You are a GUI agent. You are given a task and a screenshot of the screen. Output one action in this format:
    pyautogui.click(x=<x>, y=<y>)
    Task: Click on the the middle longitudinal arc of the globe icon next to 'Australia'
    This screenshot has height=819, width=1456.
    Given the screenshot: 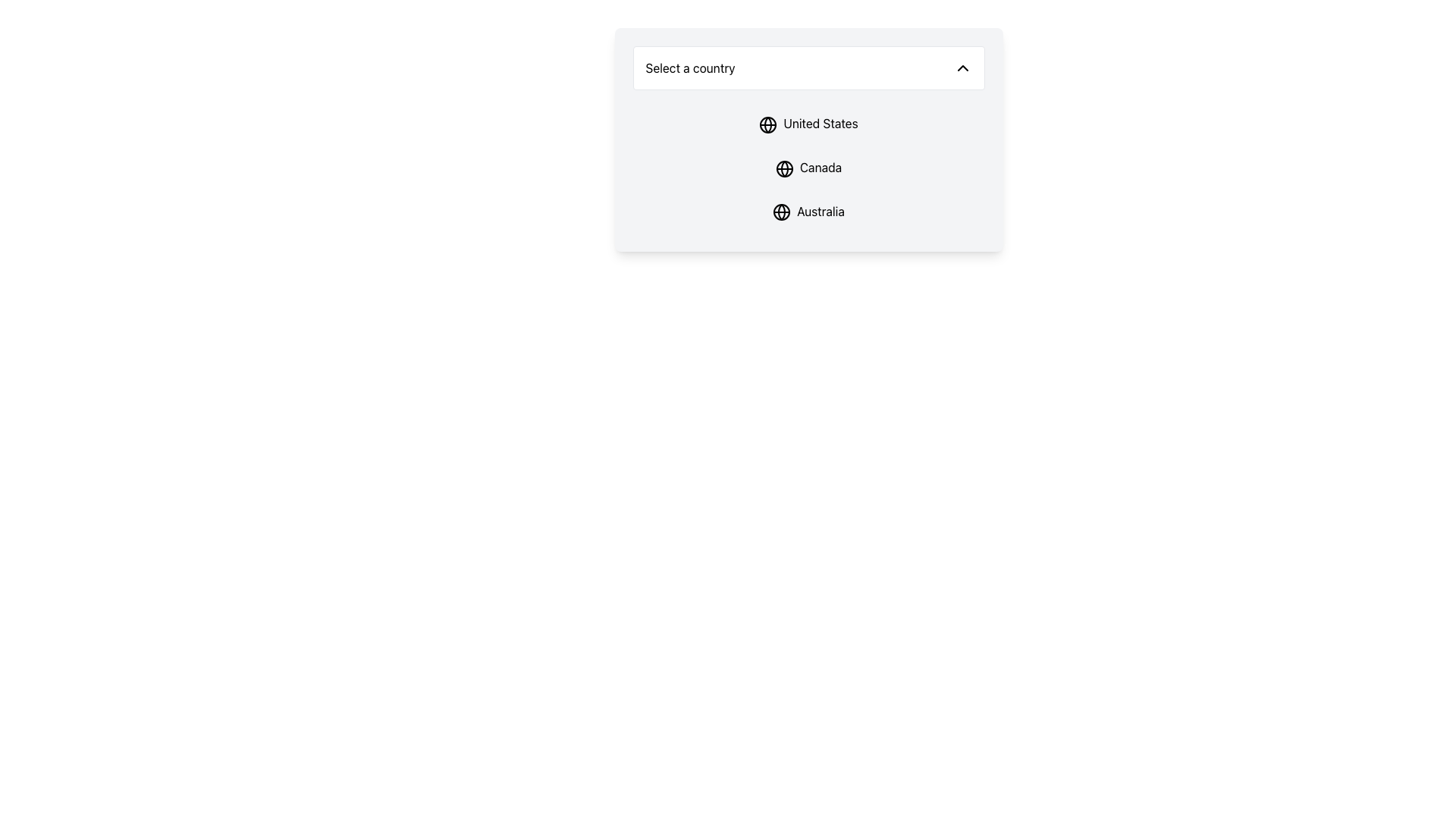 What is the action you would take?
    pyautogui.click(x=782, y=212)
    